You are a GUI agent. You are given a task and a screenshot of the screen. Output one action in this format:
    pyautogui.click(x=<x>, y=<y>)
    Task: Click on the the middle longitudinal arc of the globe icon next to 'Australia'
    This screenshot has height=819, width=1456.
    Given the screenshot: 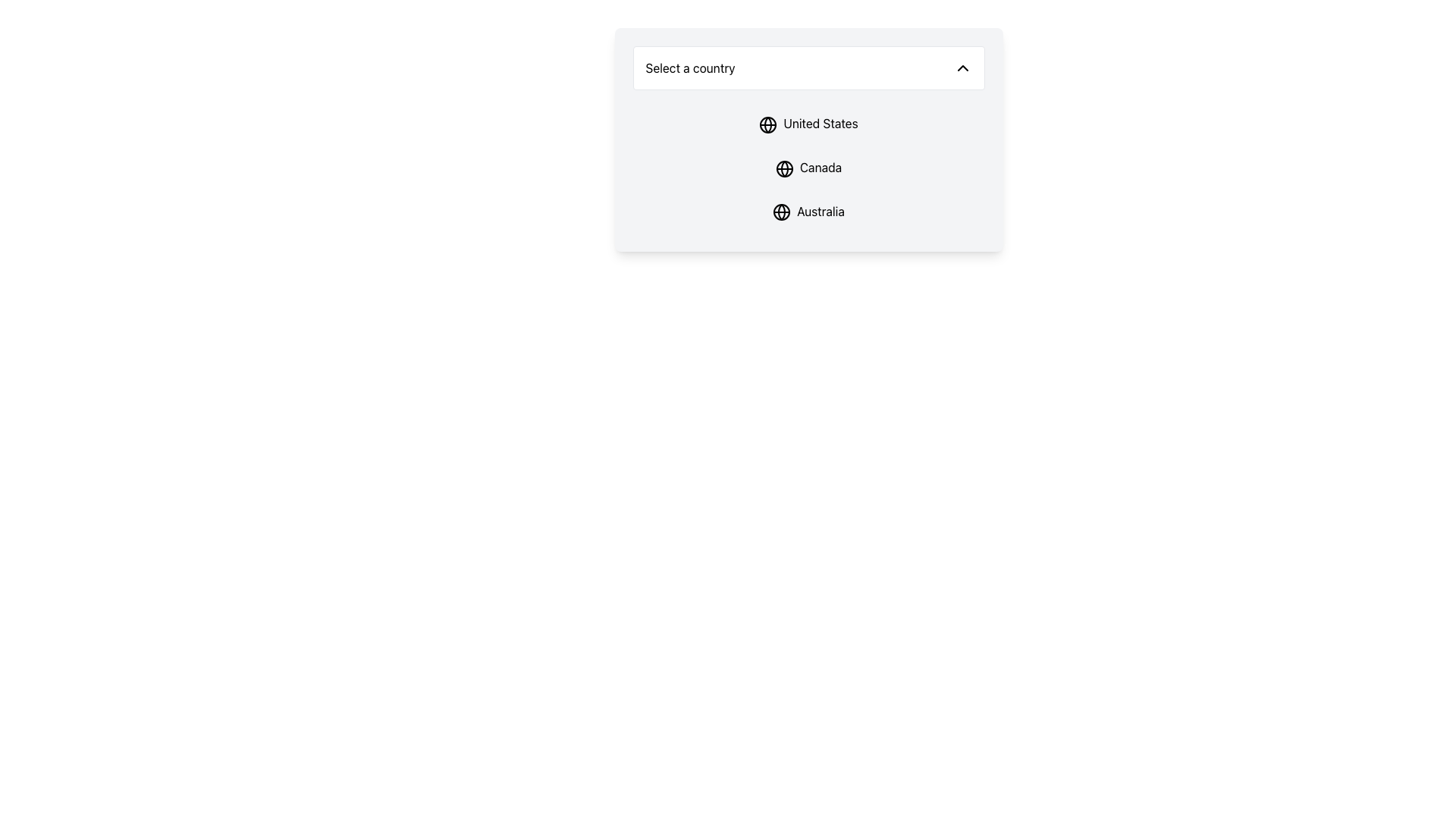 What is the action you would take?
    pyautogui.click(x=782, y=212)
    